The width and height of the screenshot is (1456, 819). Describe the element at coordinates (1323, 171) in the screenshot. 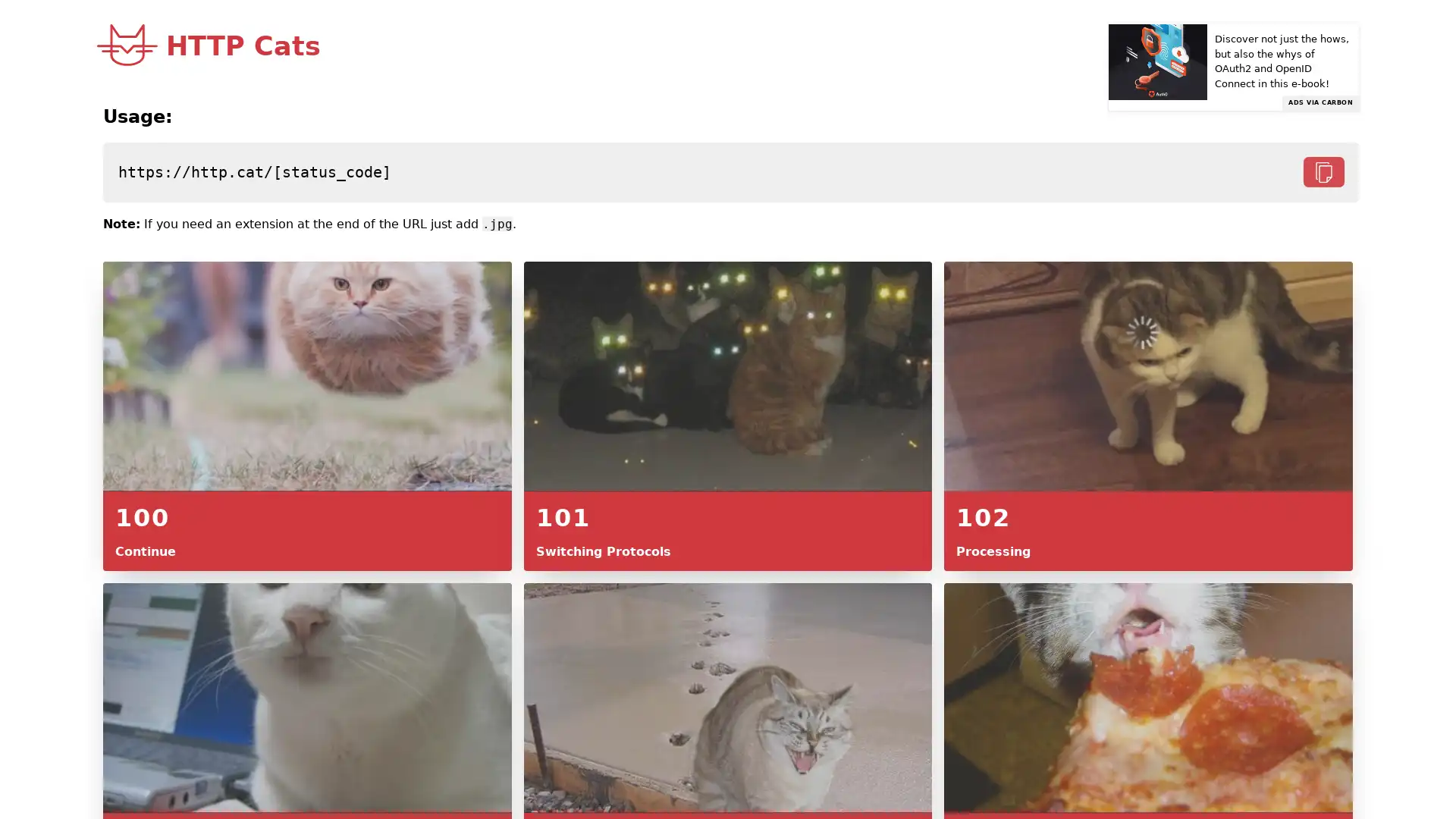

I see `Icon that represent the clipboard action` at that location.